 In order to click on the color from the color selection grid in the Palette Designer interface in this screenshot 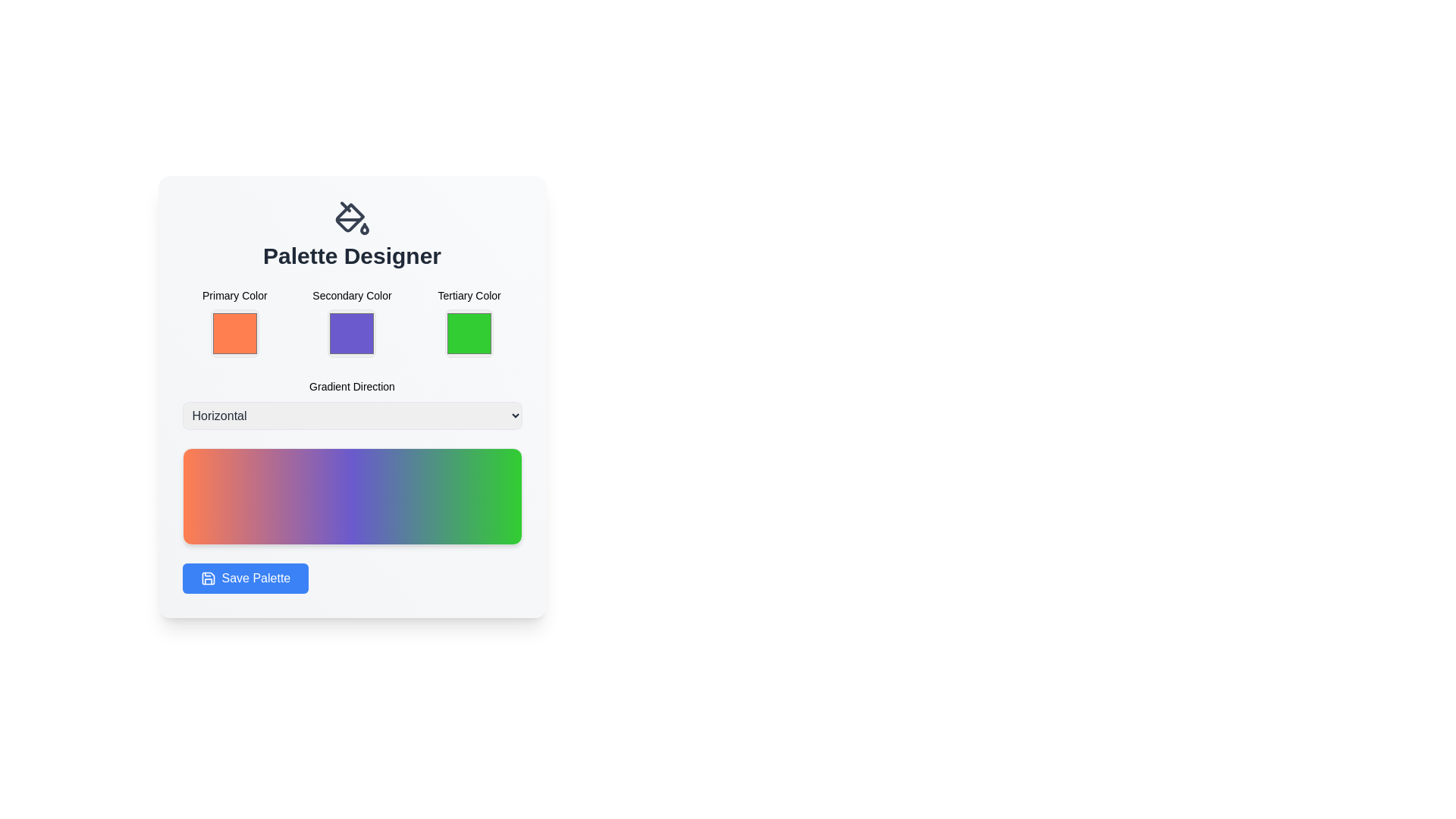, I will do `click(351, 323)`.